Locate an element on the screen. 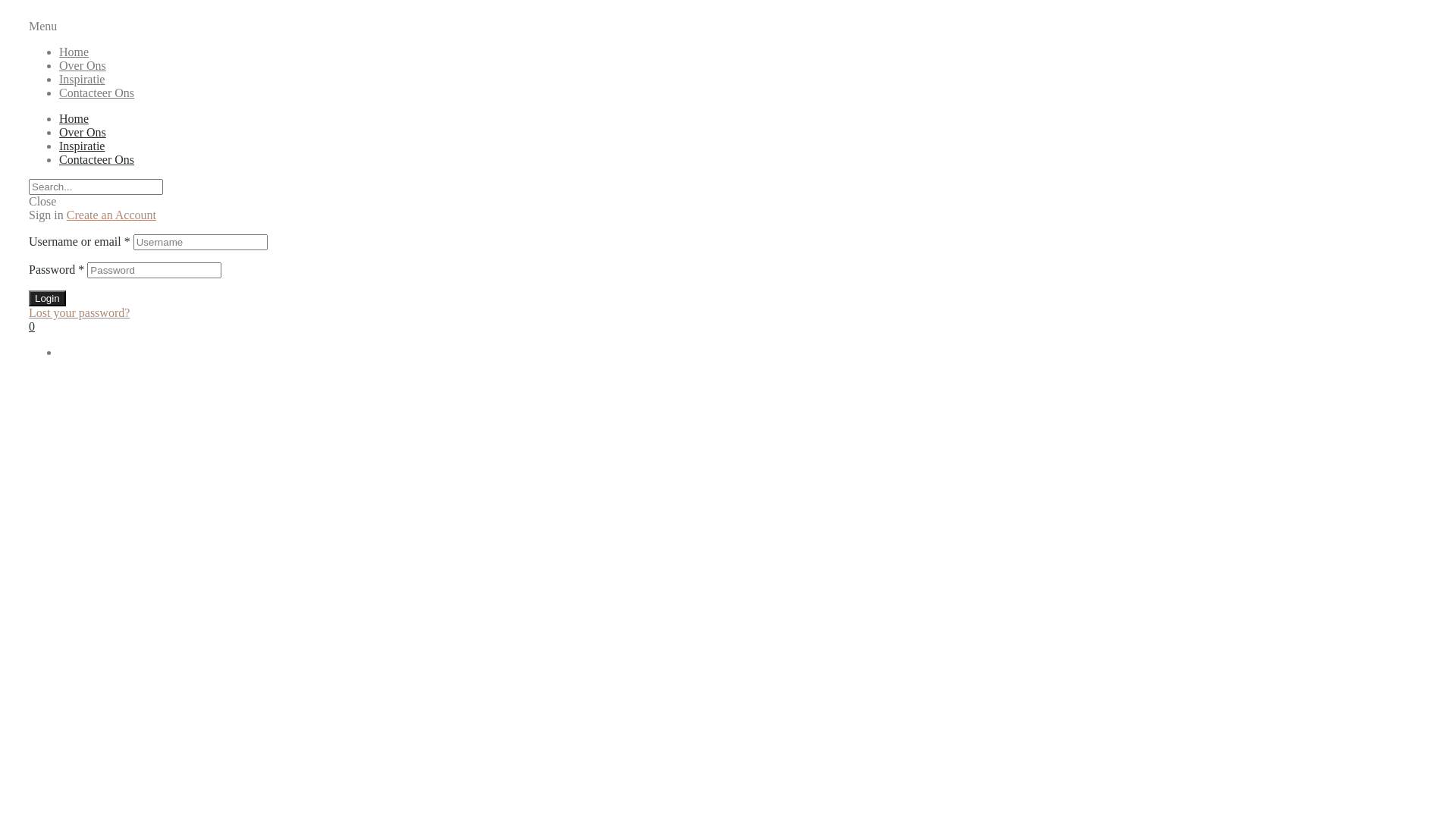 Image resolution: width=1456 pixels, height=819 pixels. 'Create an Account' is located at coordinates (65, 215).